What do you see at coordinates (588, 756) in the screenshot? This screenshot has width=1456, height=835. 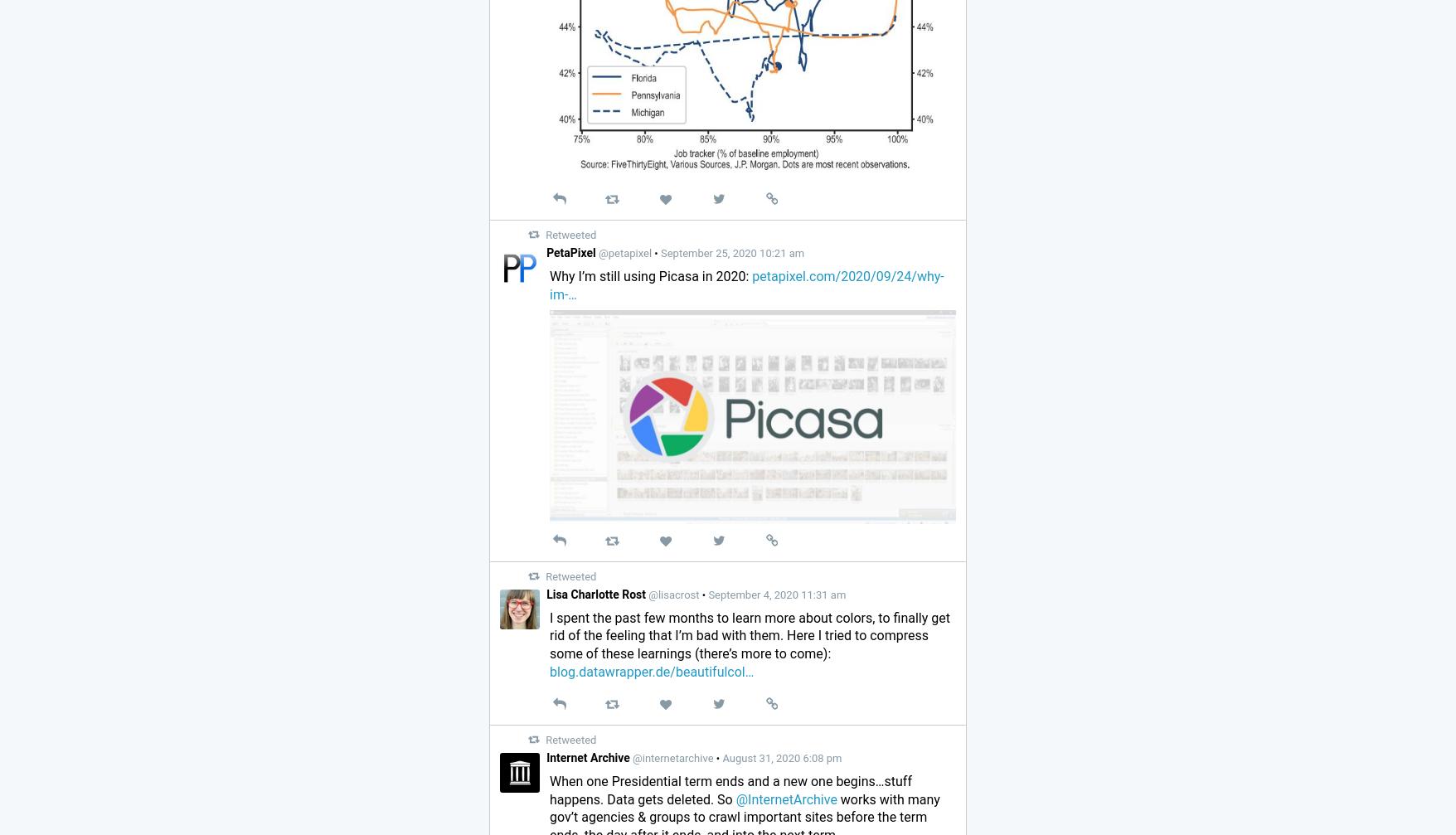 I see `'Internet Archive'` at bounding box center [588, 756].